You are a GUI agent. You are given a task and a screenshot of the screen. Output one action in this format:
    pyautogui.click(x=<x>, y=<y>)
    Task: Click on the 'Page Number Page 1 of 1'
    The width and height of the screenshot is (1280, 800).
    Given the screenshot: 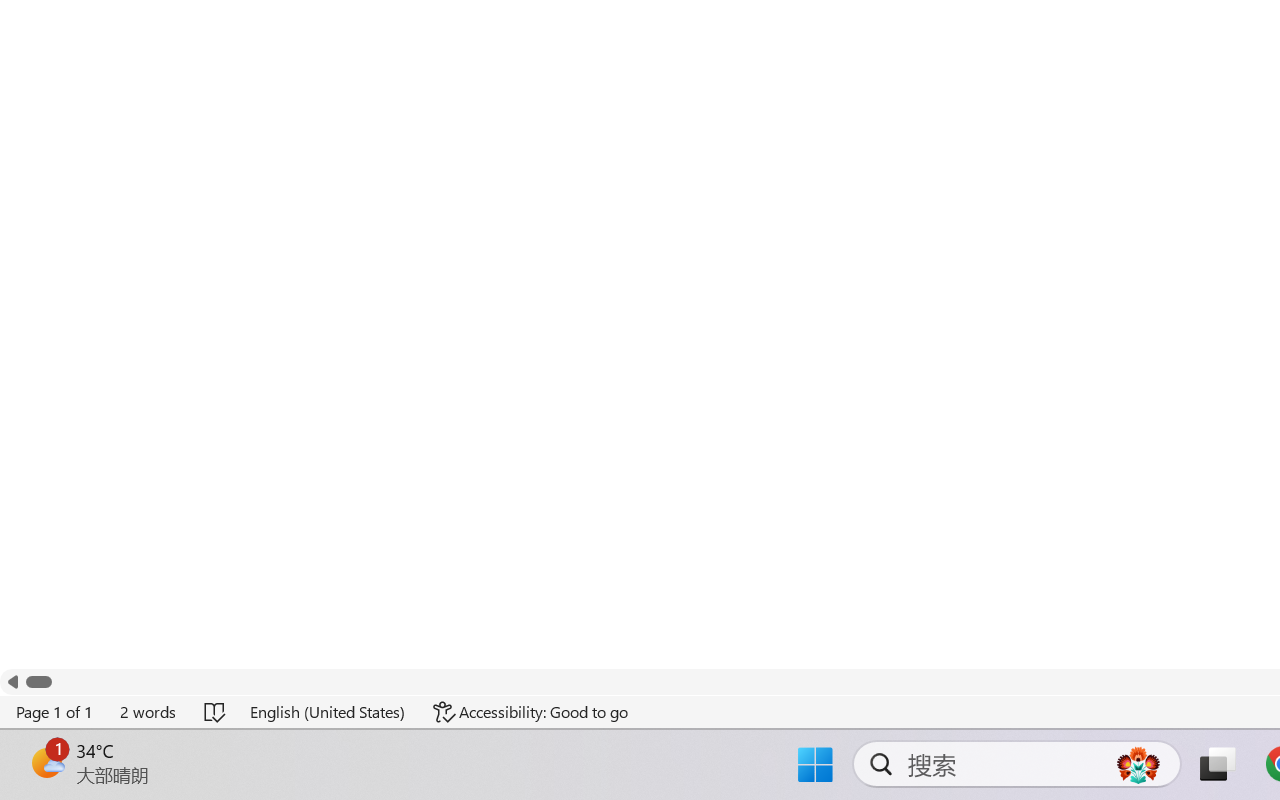 What is the action you would take?
    pyautogui.click(x=55, y=711)
    